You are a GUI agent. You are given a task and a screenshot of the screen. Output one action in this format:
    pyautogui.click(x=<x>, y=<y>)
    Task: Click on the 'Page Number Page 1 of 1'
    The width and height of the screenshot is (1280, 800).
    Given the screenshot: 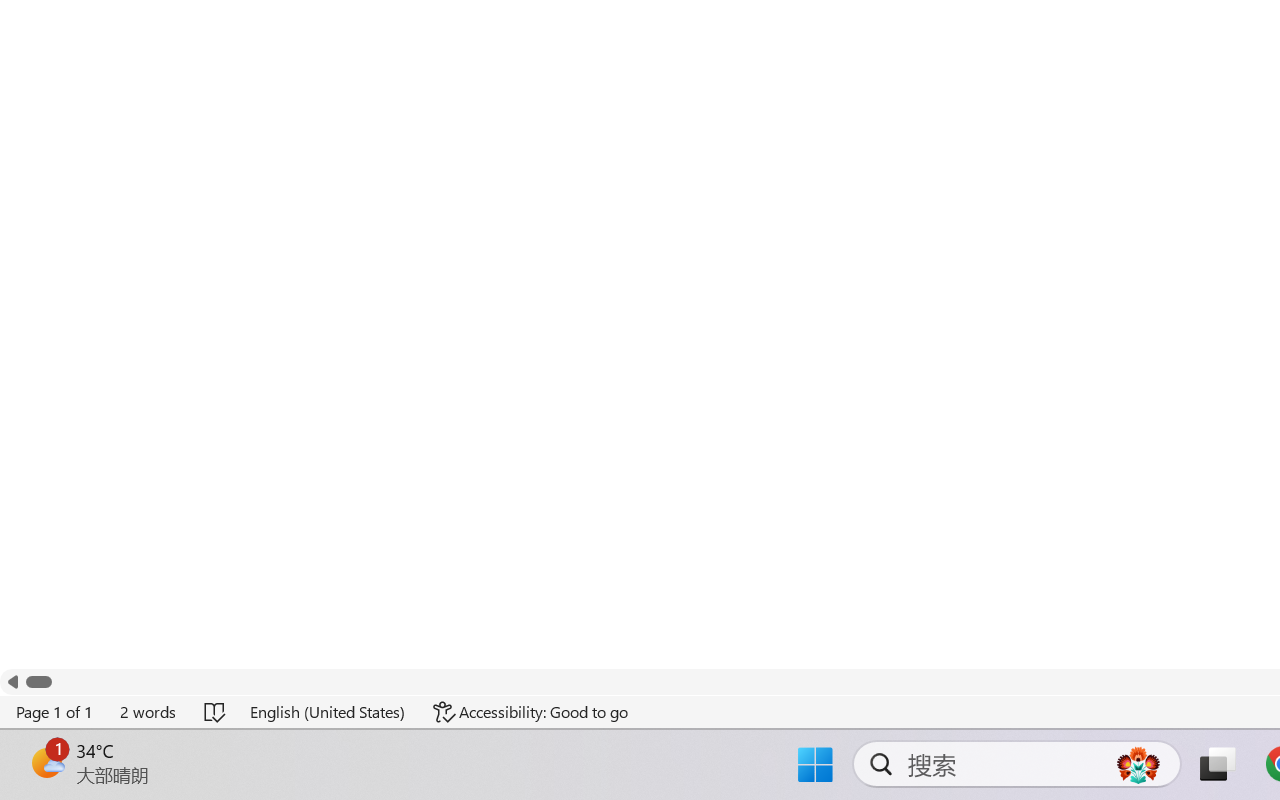 What is the action you would take?
    pyautogui.click(x=55, y=711)
    